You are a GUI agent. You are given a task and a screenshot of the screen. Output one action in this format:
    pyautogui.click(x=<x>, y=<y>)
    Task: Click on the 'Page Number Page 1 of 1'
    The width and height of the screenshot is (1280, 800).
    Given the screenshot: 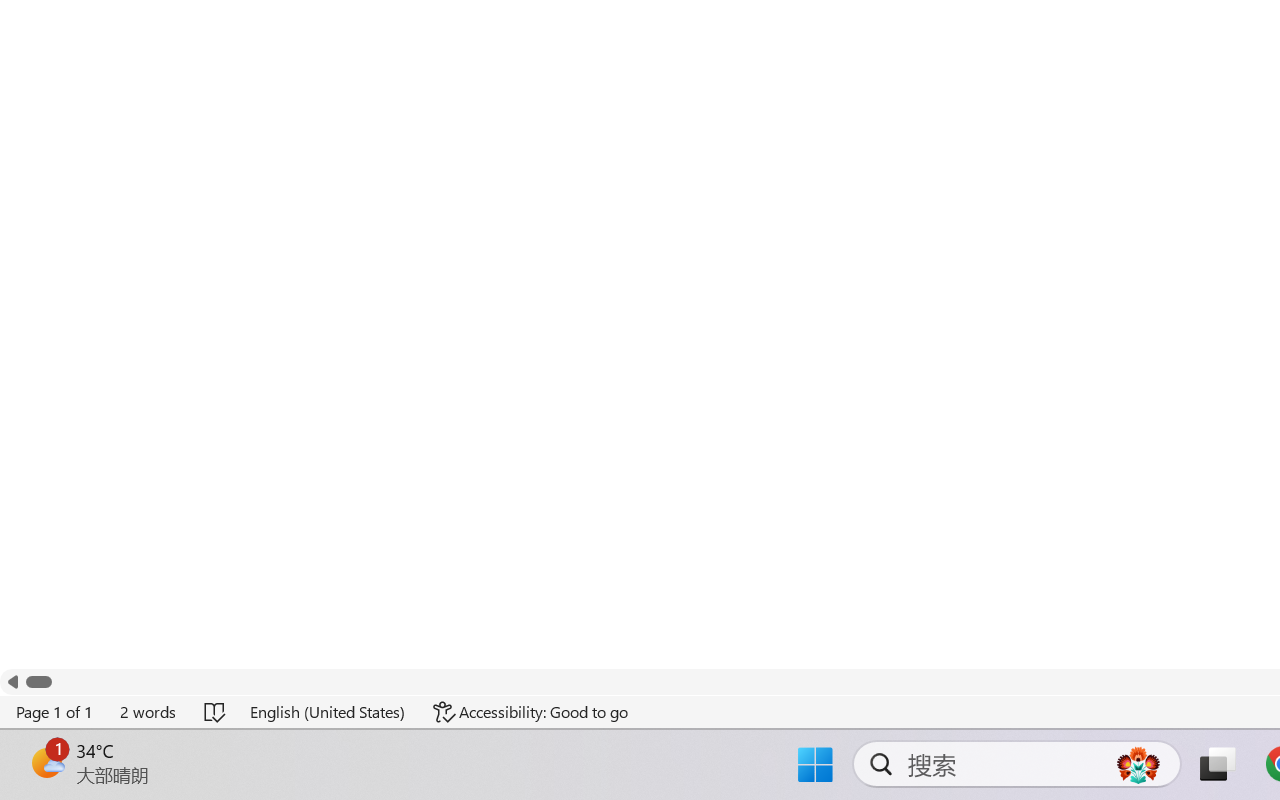 What is the action you would take?
    pyautogui.click(x=55, y=711)
    